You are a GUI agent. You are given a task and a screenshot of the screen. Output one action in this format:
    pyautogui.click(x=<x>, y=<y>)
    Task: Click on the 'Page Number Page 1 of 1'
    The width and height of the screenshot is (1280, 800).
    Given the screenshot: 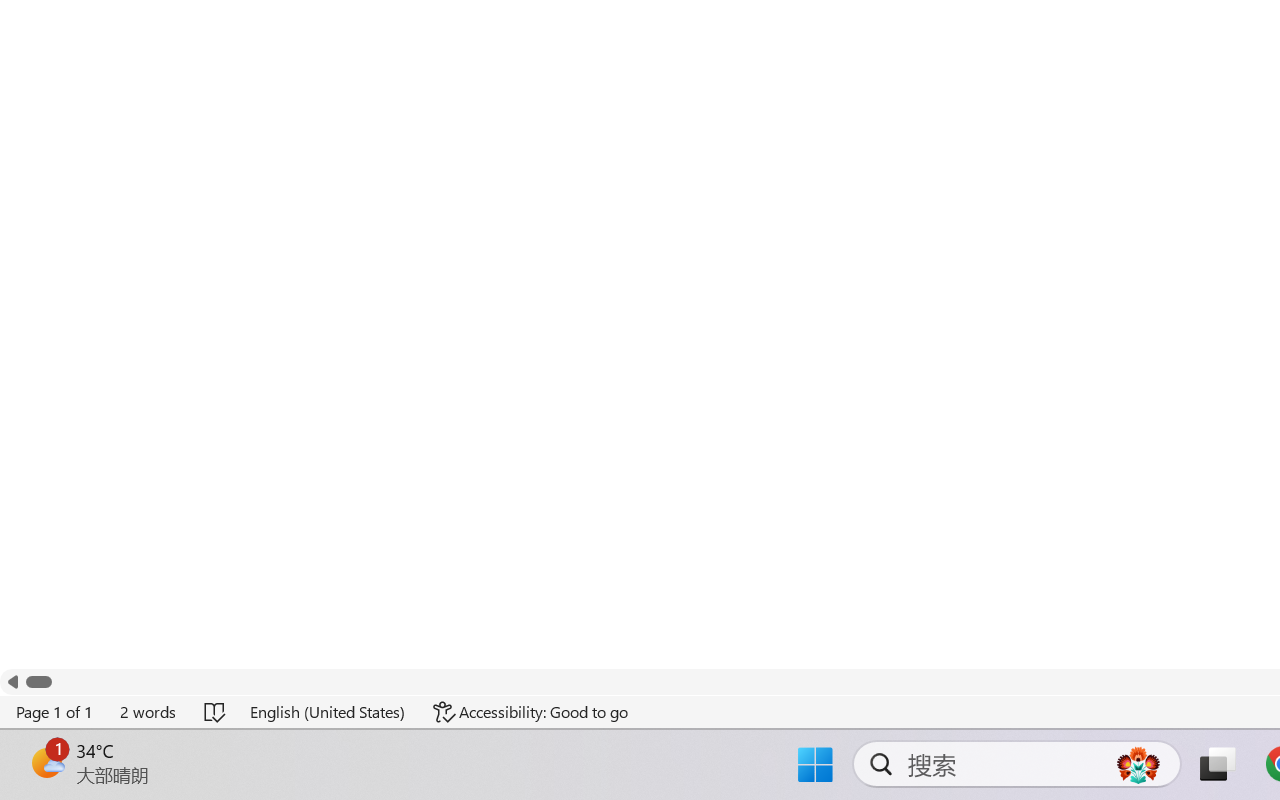 What is the action you would take?
    pyautogui.click(x=55, y=711)
    